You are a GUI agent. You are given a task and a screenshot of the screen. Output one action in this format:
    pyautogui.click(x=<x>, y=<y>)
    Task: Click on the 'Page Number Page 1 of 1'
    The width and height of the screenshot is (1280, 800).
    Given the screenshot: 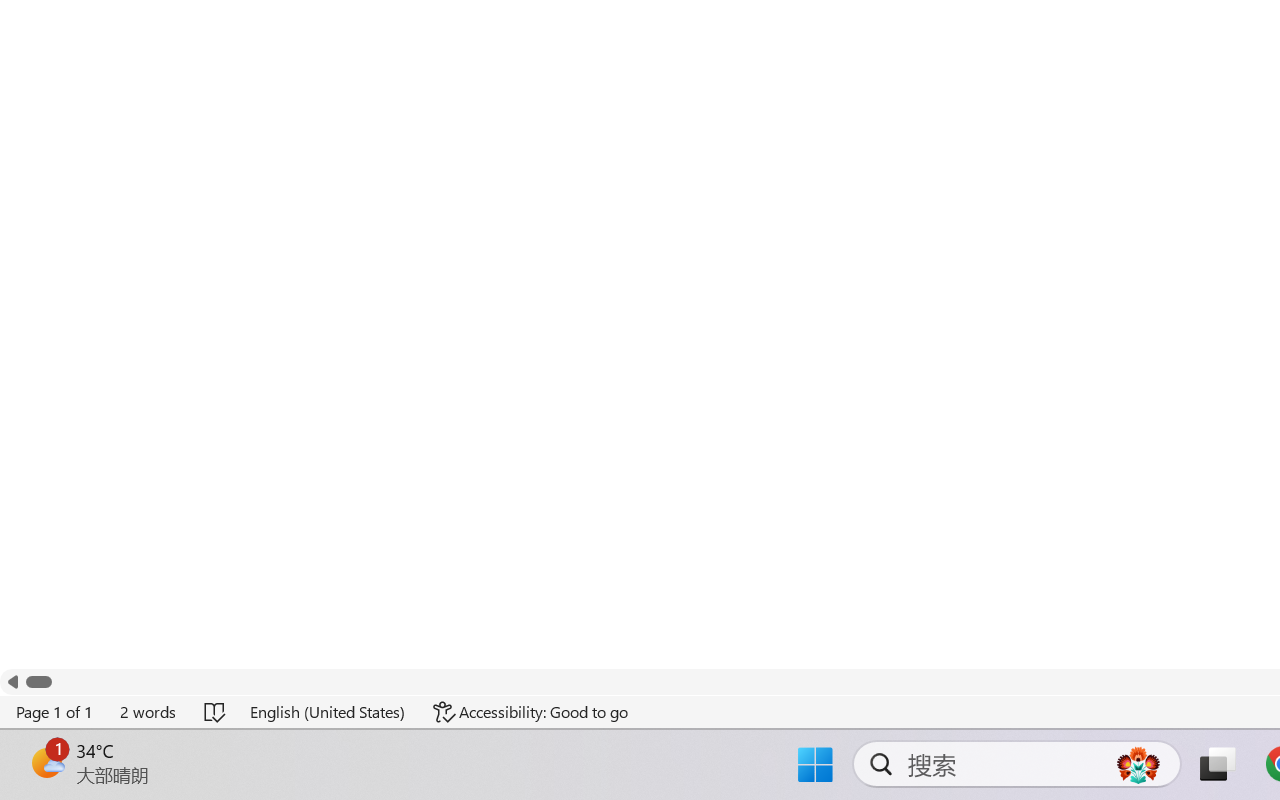 What is the action you would take?
    pyautogui.click(x=55, y=711)
    